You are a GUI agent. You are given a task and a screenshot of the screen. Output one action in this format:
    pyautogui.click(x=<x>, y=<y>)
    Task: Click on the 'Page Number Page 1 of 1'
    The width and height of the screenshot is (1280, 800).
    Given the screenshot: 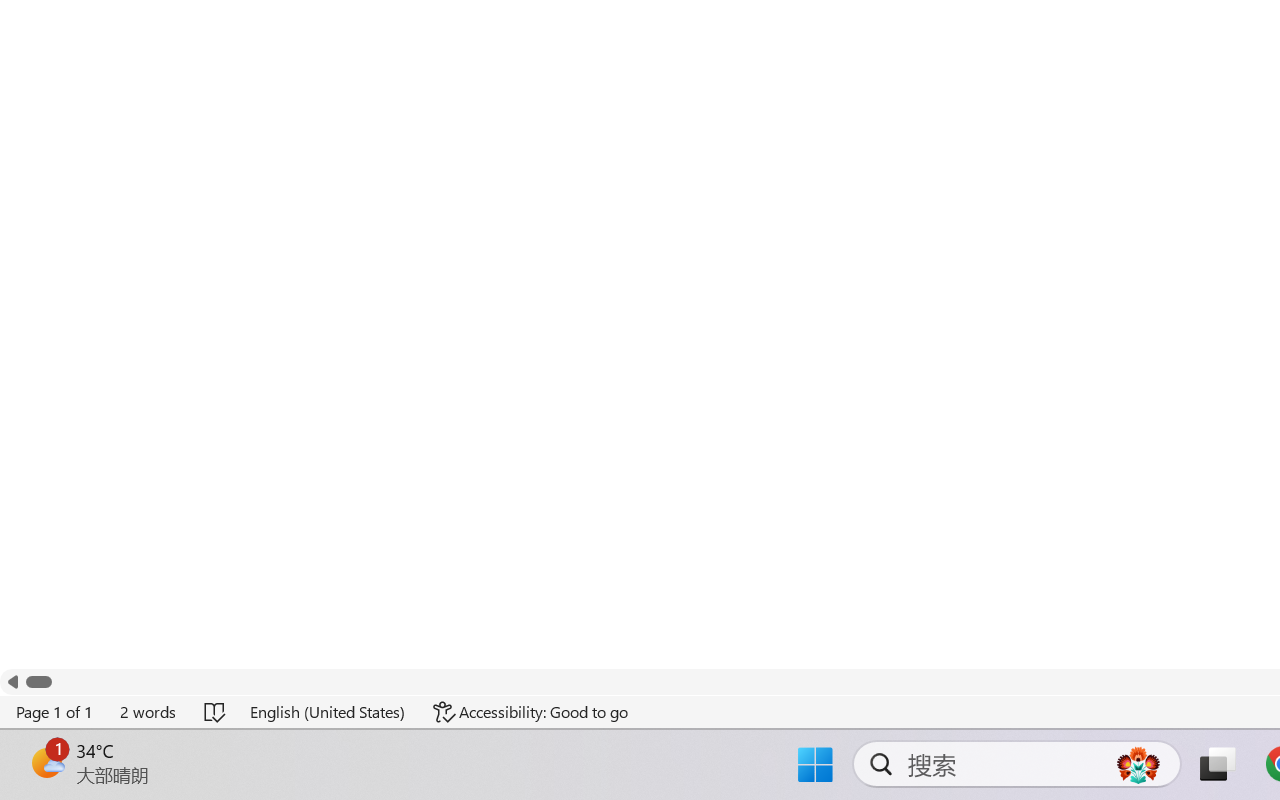 What is the action you would take?
    pyautogui.click(x=55, y=711)
    